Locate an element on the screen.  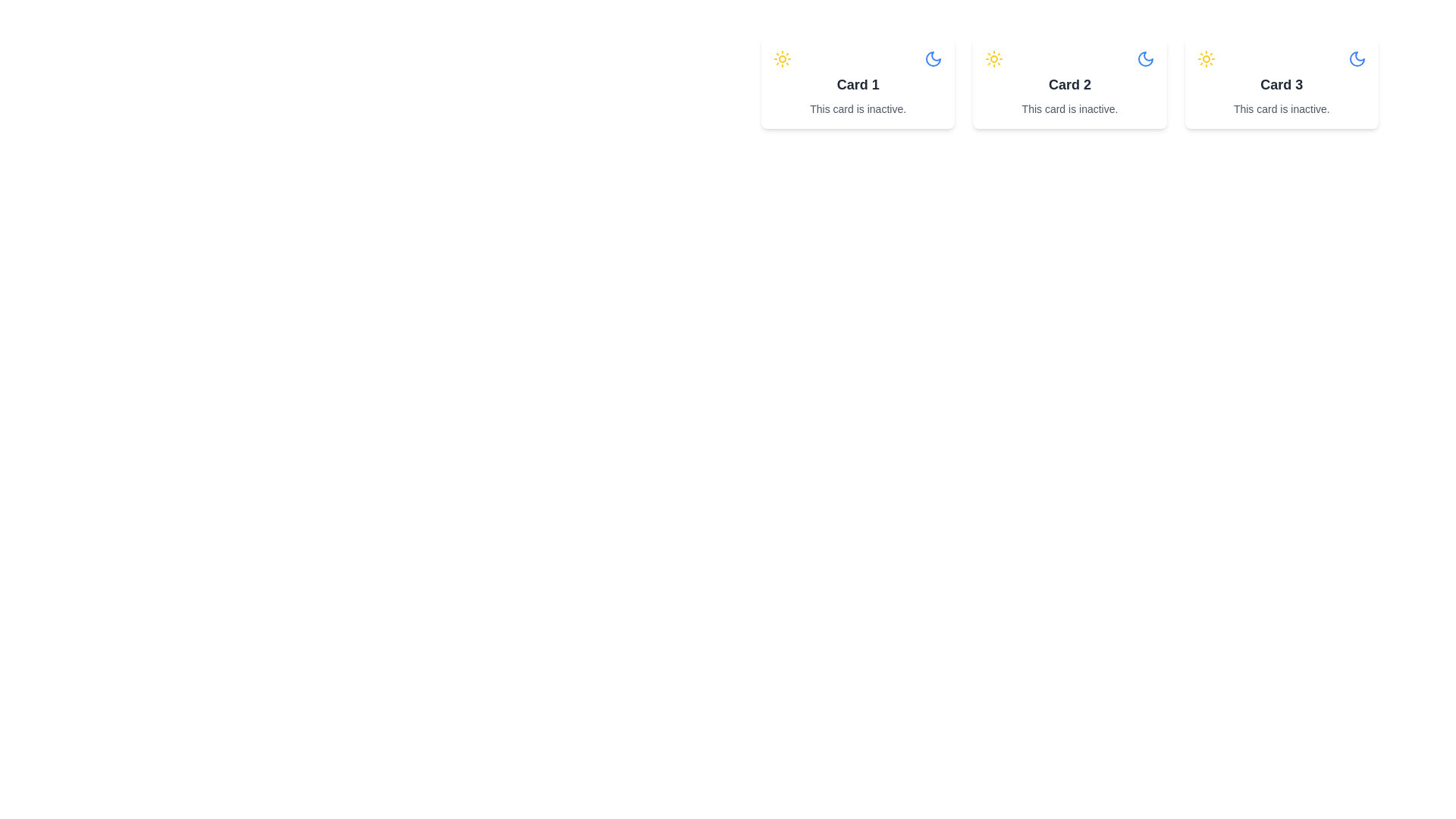
the leftmost icon in the top-right horizontal row of icons is located at coordinates (994, 58).